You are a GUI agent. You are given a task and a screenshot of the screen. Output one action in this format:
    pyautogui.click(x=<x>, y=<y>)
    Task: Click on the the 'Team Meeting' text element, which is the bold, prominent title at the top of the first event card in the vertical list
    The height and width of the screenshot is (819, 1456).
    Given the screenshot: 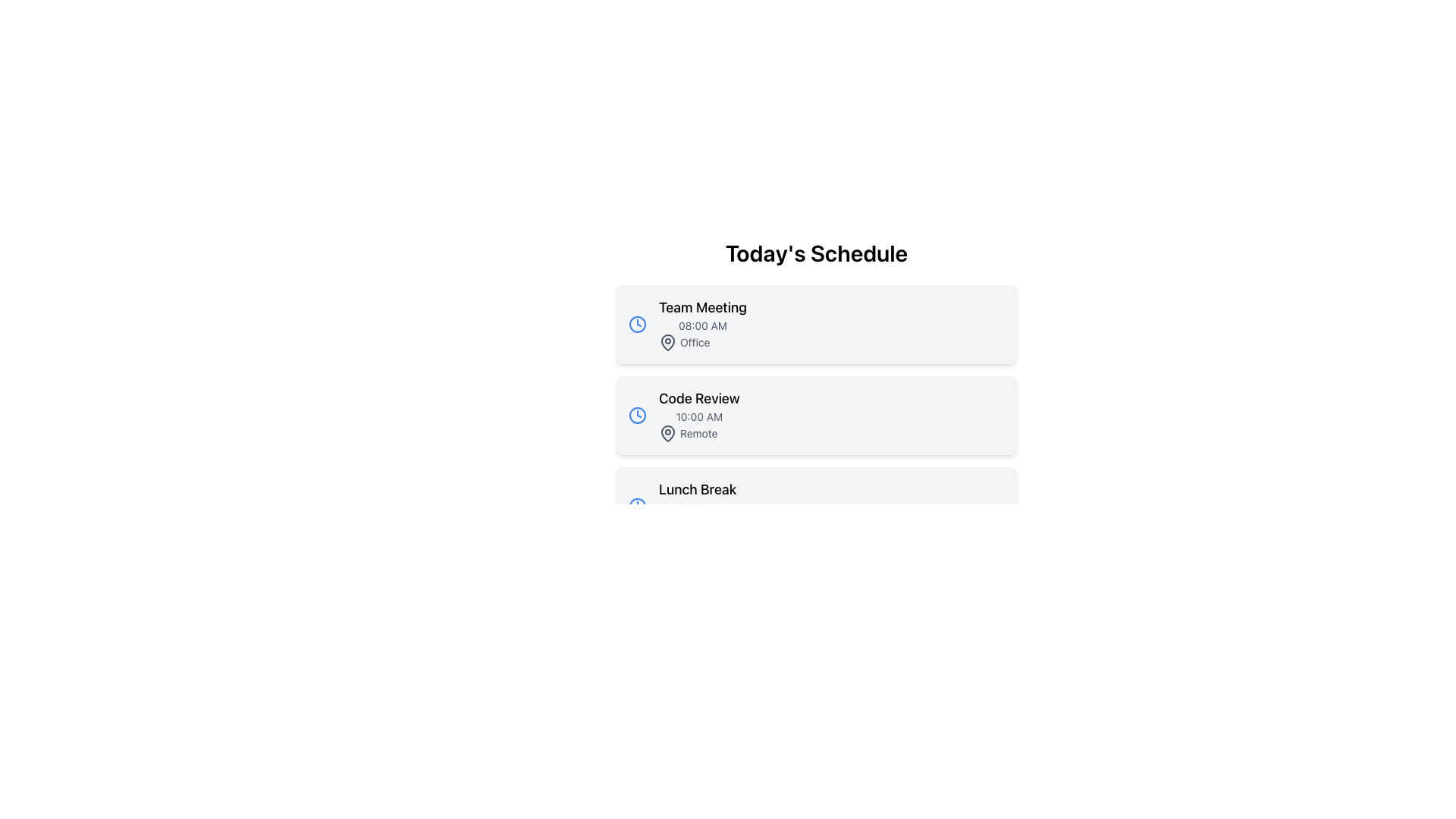 What is the action you would take?
    pyautogui.click(x=701, y=307)
    